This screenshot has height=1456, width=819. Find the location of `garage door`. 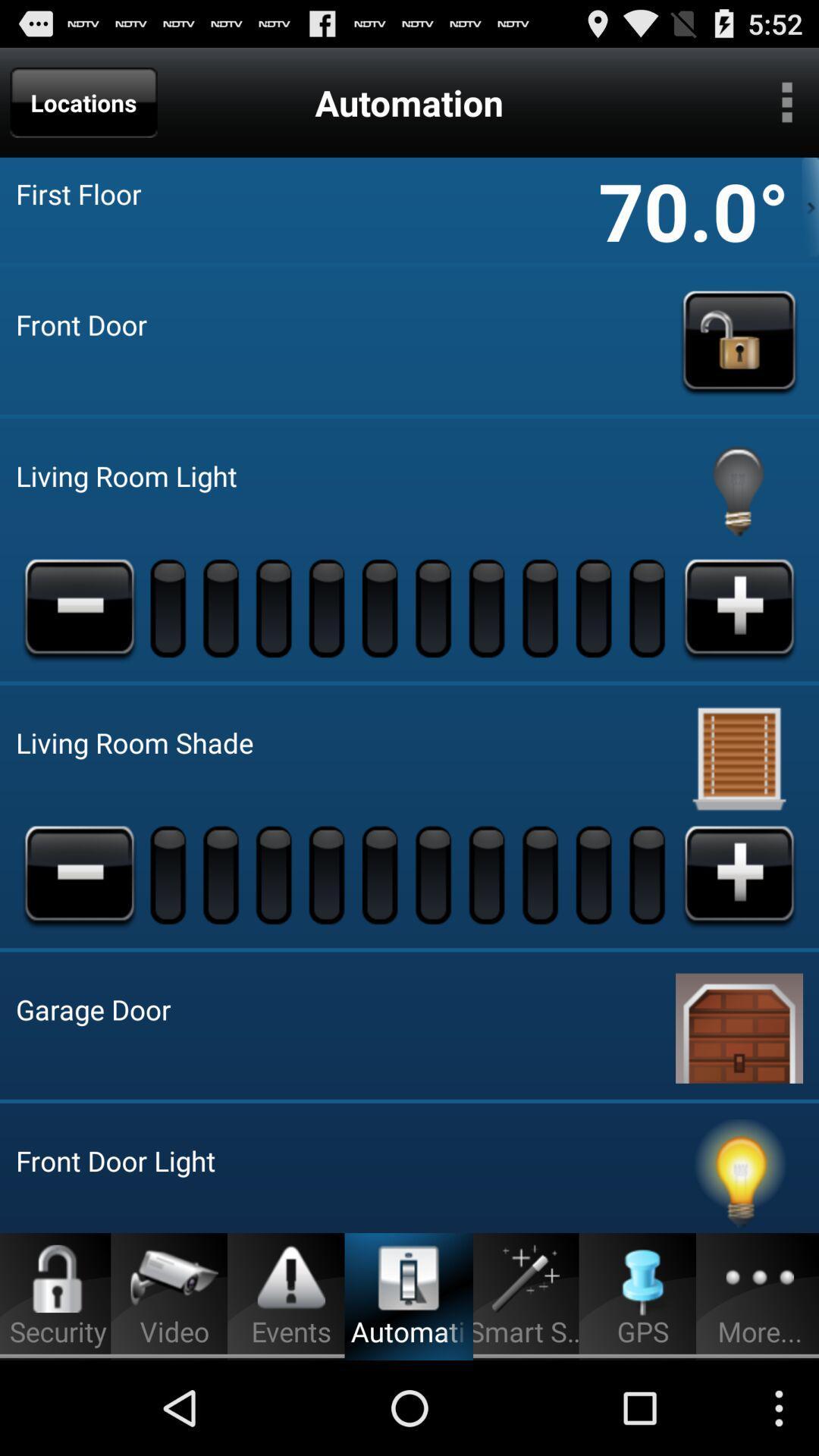

garage door is located at coordinates (739, 1025).